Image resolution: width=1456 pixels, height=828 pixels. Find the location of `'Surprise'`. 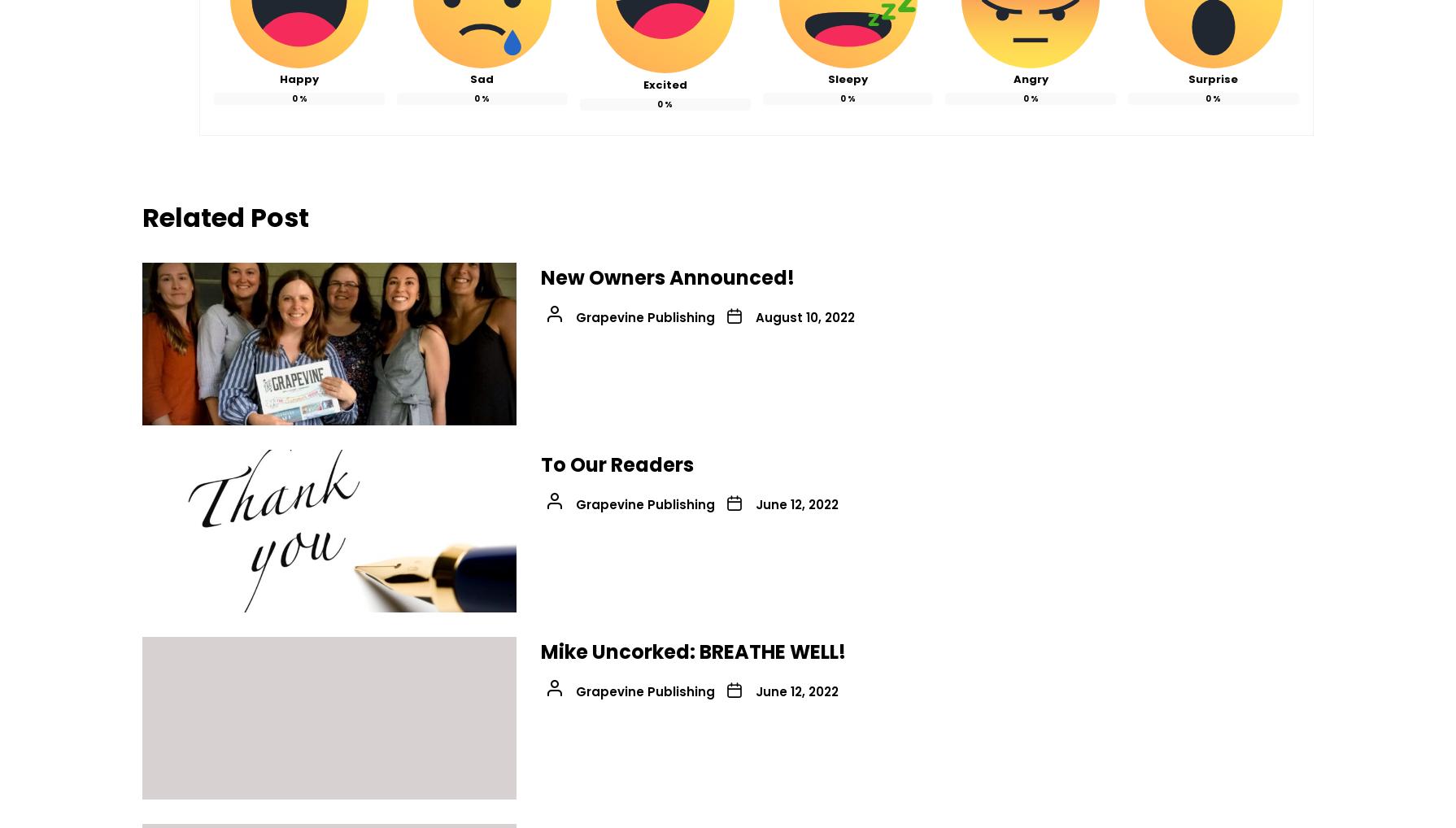

'Surprise' is located at coordinates (1212, 79).